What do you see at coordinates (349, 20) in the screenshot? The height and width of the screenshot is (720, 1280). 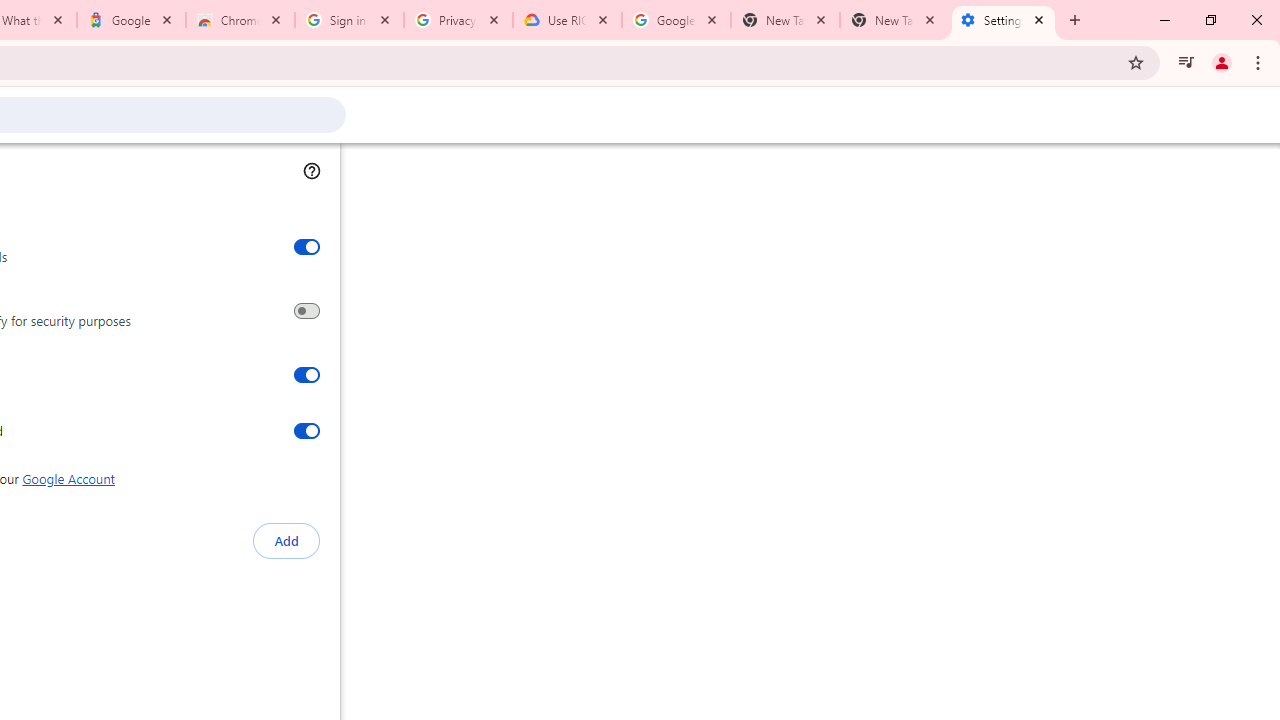 I see `'Sign in - Google Accounts'` at bounding box center [349, 20].